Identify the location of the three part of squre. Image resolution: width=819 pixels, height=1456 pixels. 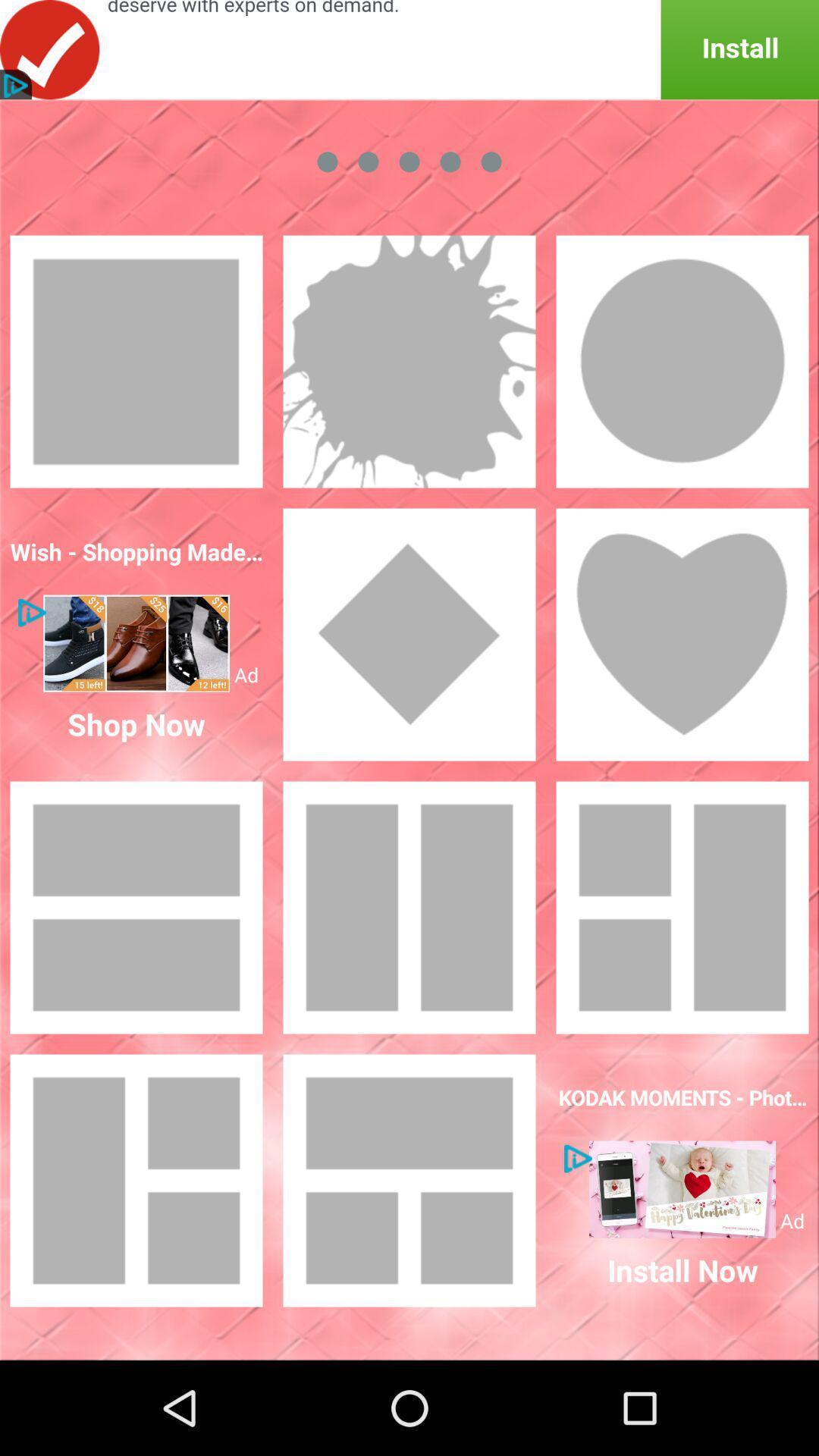
(136, 1179).